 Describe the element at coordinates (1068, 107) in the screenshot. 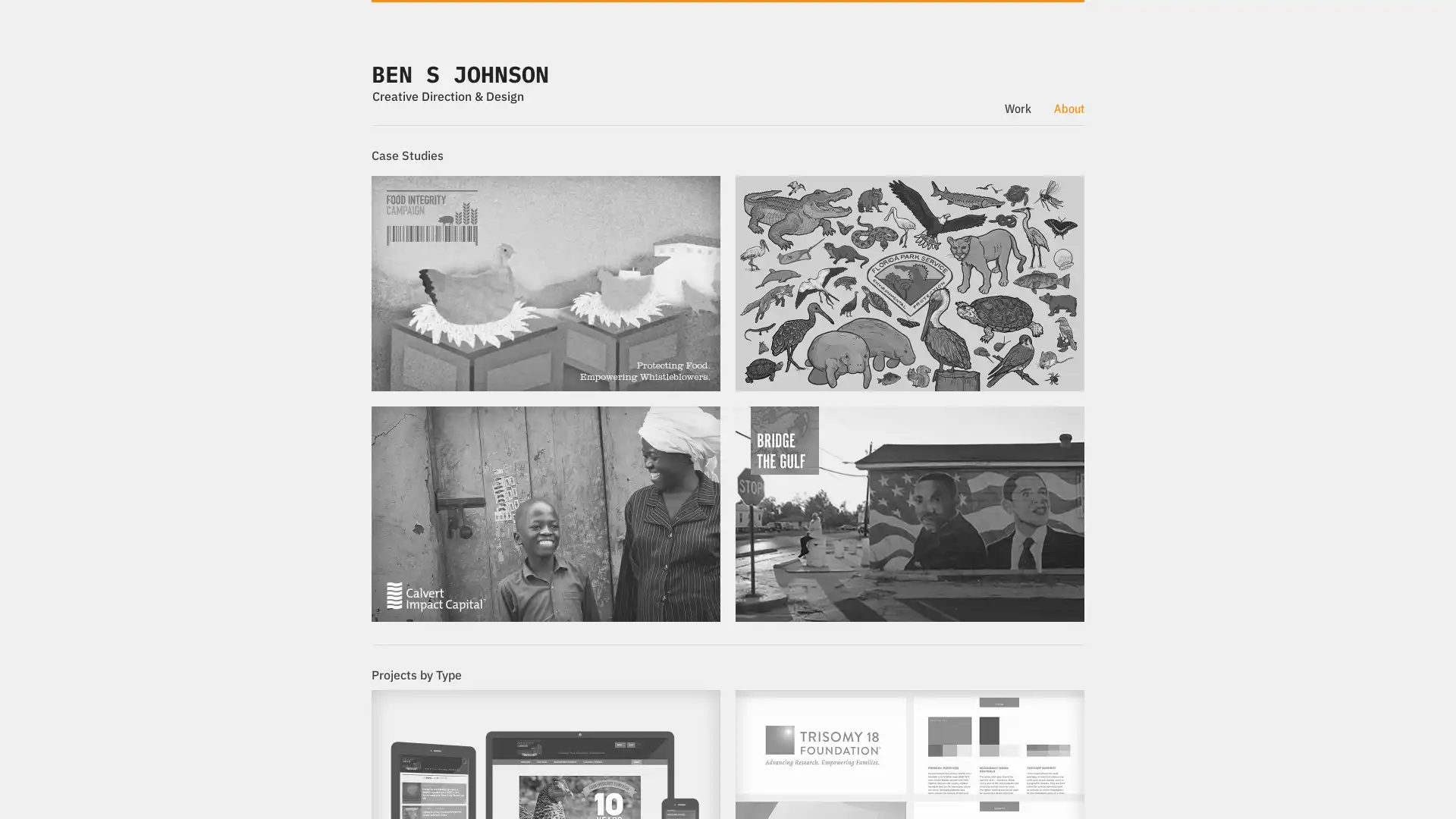

I see `About` at that location.